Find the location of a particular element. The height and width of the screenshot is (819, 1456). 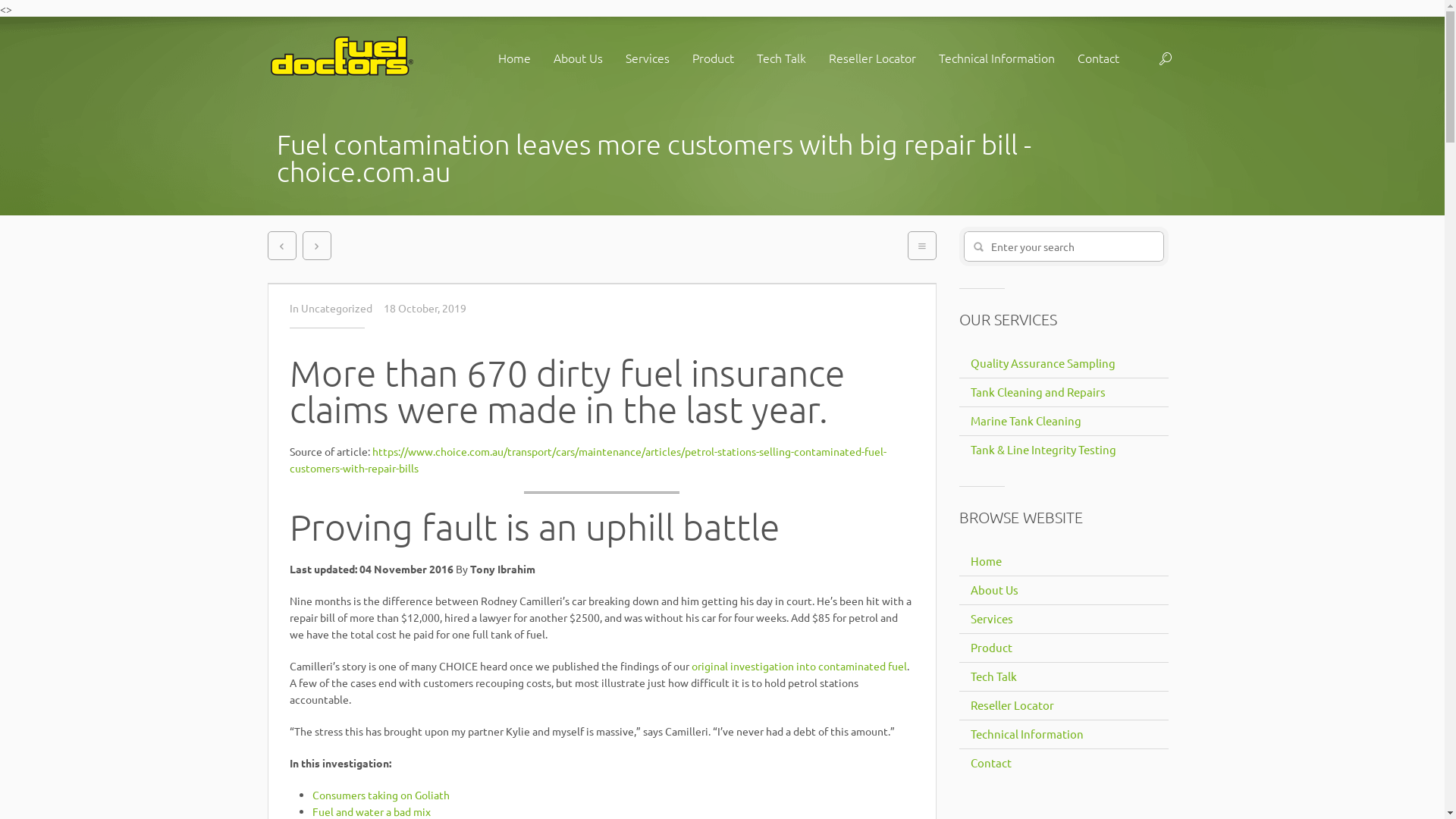

'Home' is located at coordinates (514, 57).